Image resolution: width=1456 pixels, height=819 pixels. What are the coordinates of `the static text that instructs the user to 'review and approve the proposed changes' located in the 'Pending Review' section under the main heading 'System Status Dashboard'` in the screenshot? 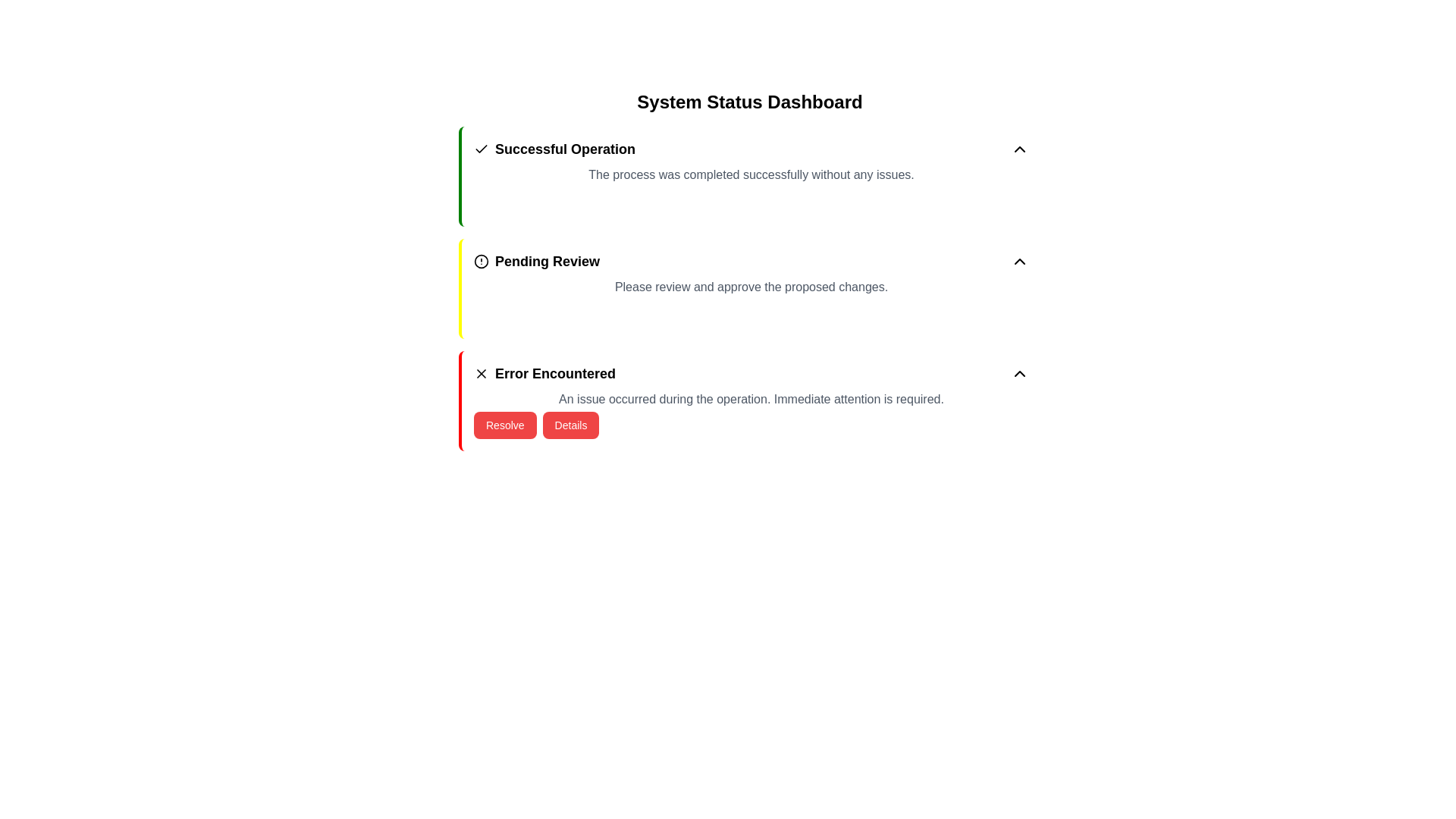 It's located at (751, 287).